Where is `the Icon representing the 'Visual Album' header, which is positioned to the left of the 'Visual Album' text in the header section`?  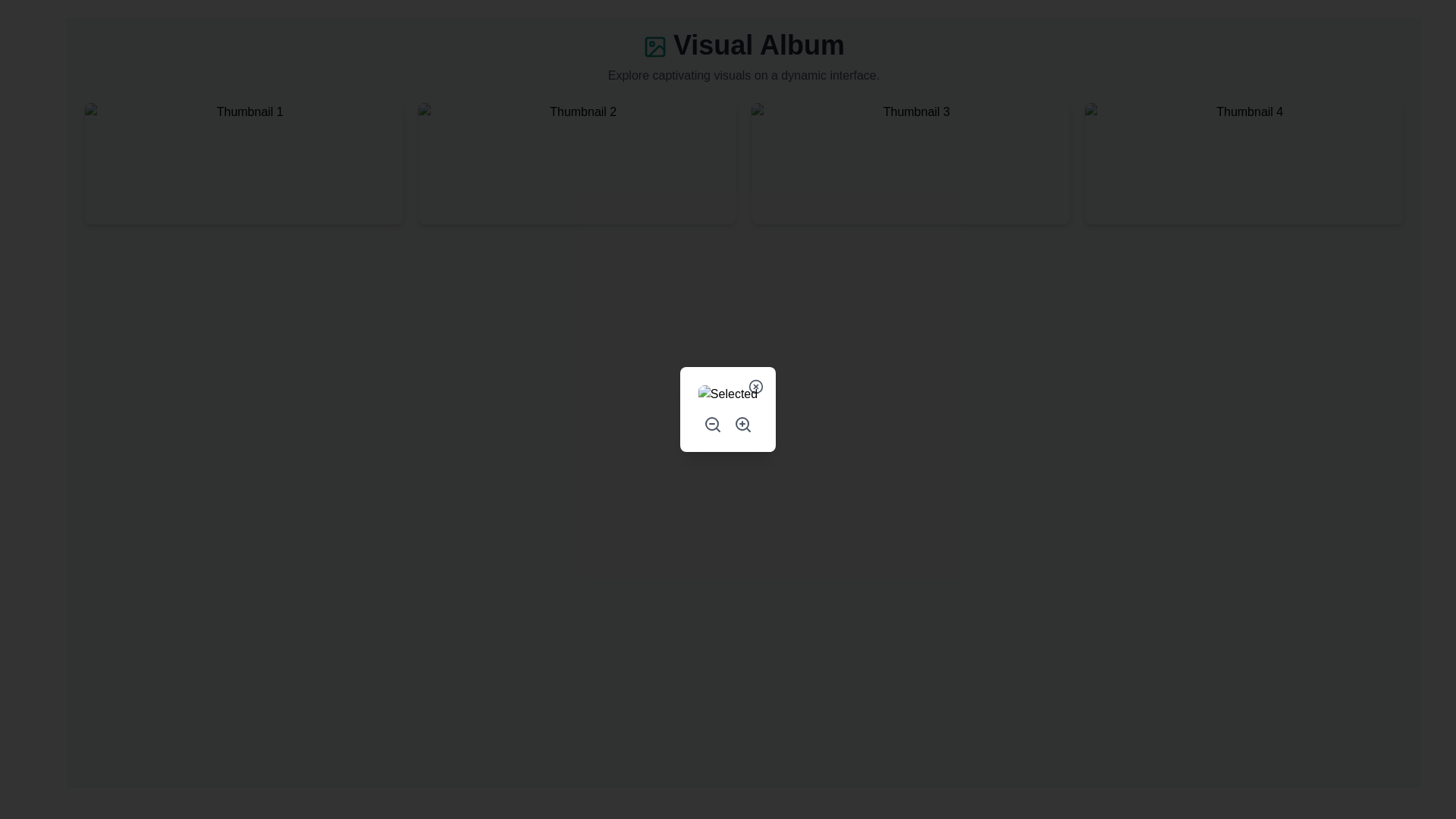
the Icon representing the 'Visual Album' header, which is positioned to the left of the 'Visual Album' text in the header section is located at coordinates (655, 46).